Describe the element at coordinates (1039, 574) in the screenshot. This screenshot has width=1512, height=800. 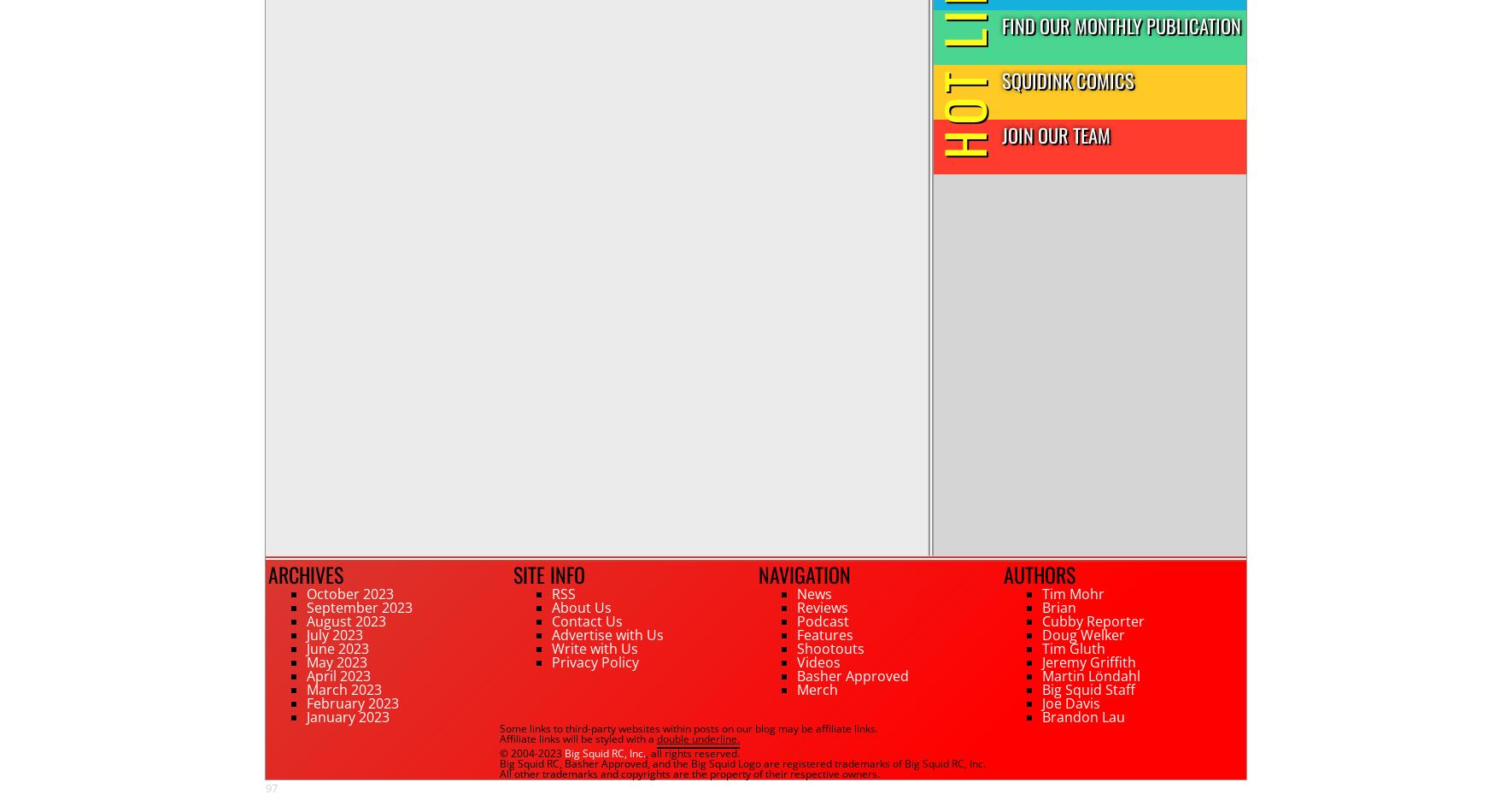
I see `'Authors'` at that location.